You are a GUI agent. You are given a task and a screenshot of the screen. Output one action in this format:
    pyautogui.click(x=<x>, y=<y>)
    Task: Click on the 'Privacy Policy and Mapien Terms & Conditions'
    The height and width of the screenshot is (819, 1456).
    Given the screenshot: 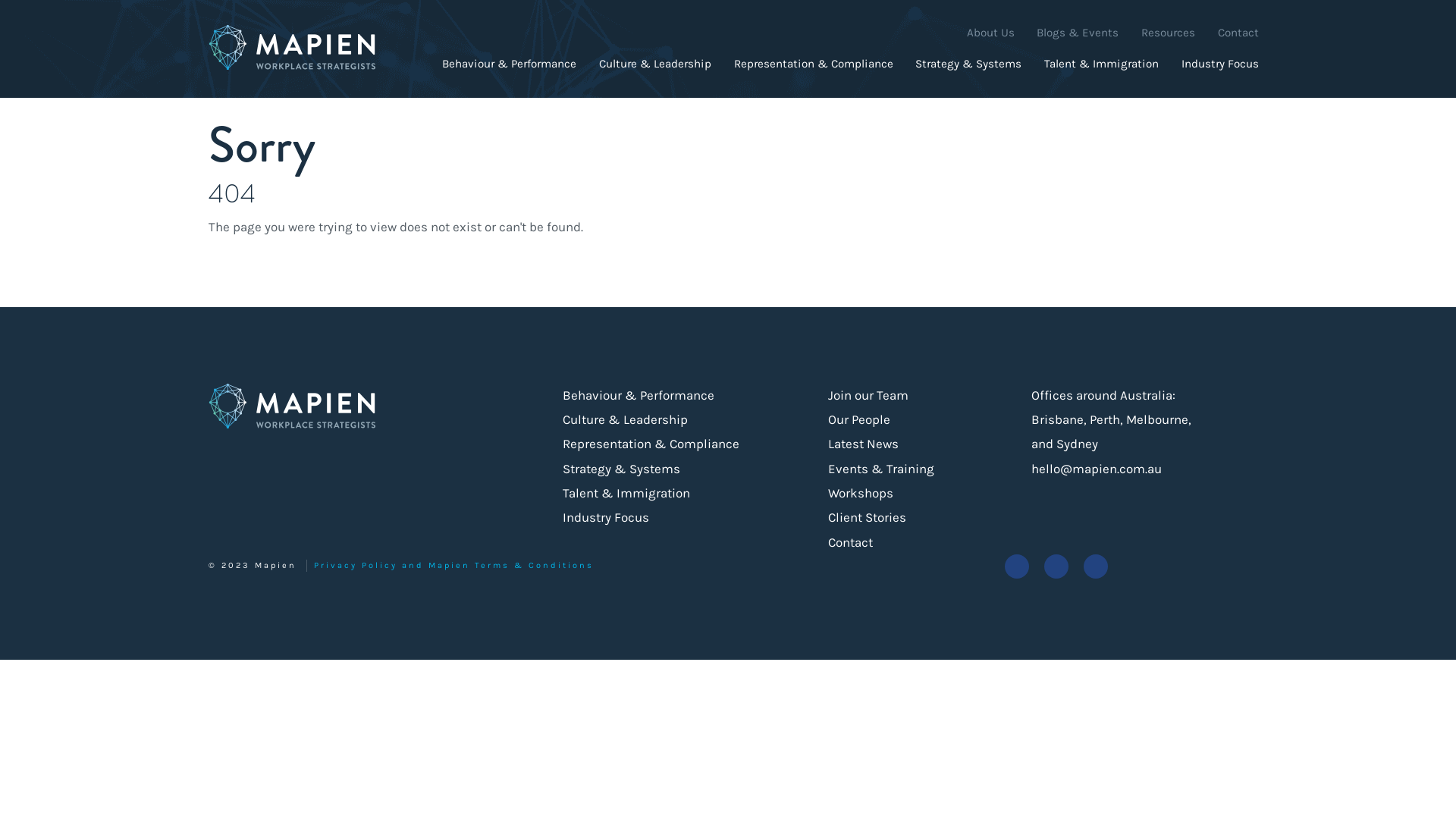 What is the action you would take?
    pyautogui.click(x=312, y=565)
    